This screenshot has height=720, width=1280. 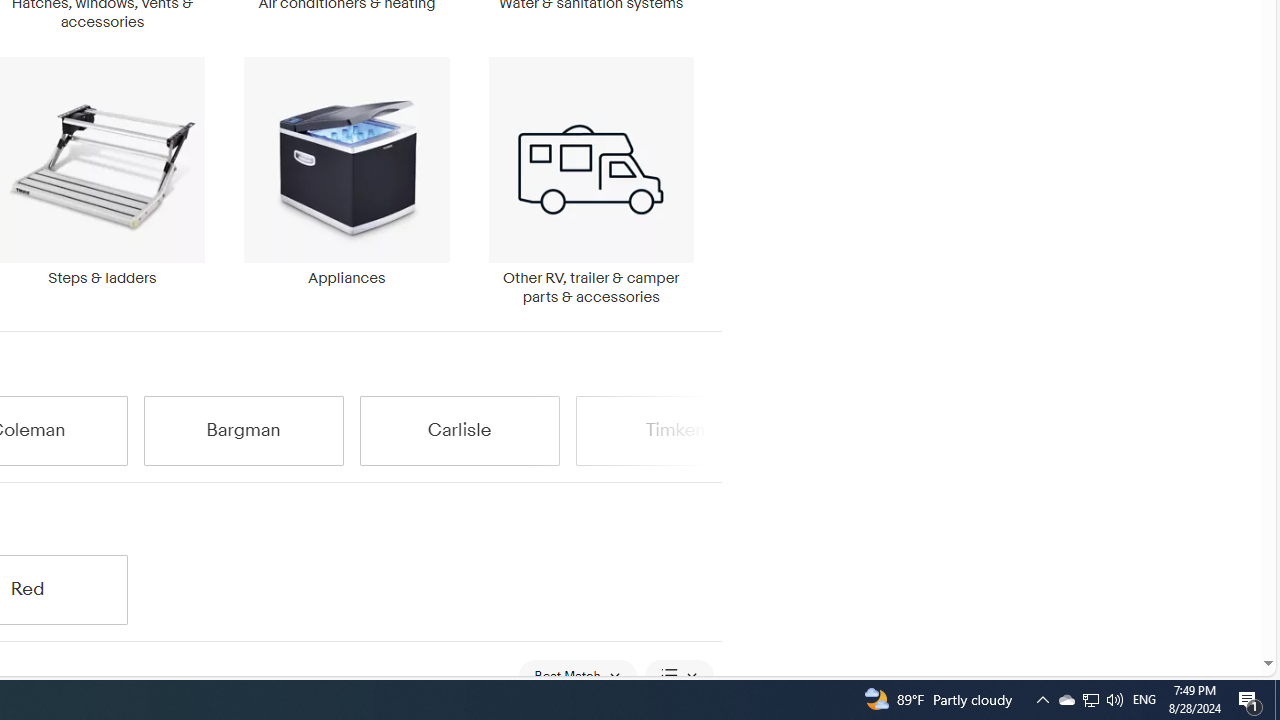 I want to click on 'Bargman', so click(x=242, y=429).